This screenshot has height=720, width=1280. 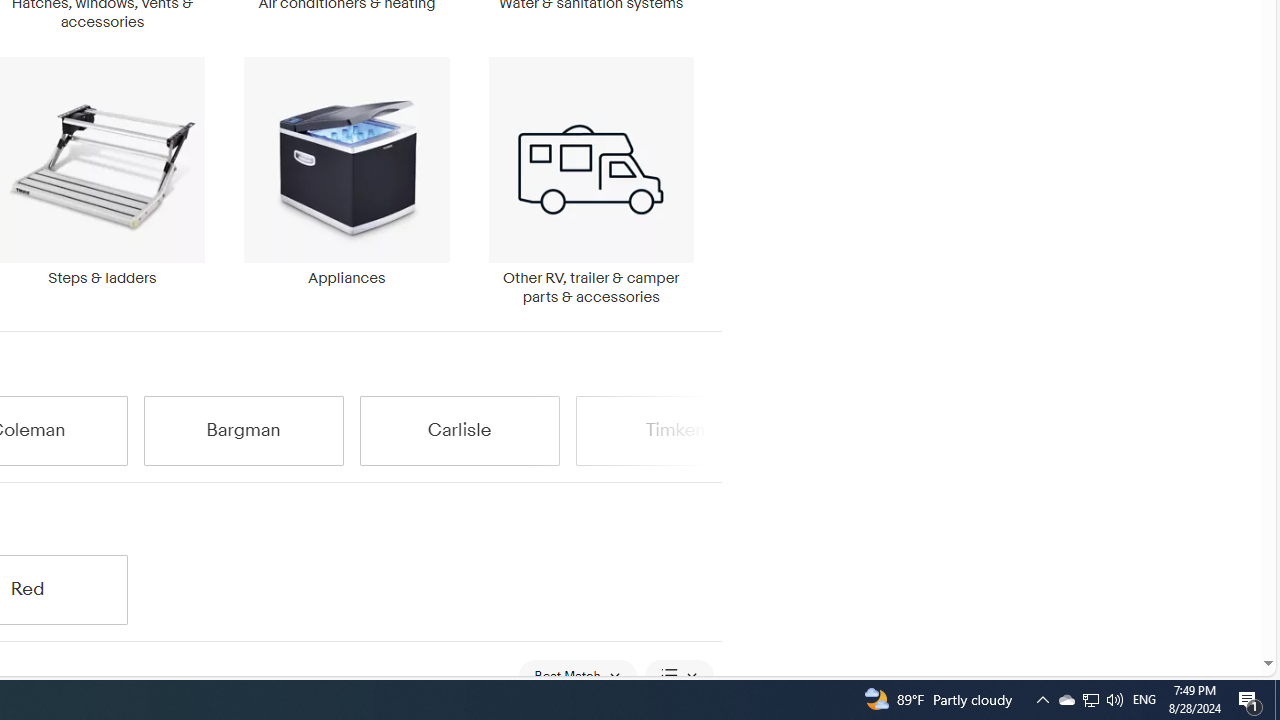 I want to click on 'Bargman', so click(x=242, y=429).